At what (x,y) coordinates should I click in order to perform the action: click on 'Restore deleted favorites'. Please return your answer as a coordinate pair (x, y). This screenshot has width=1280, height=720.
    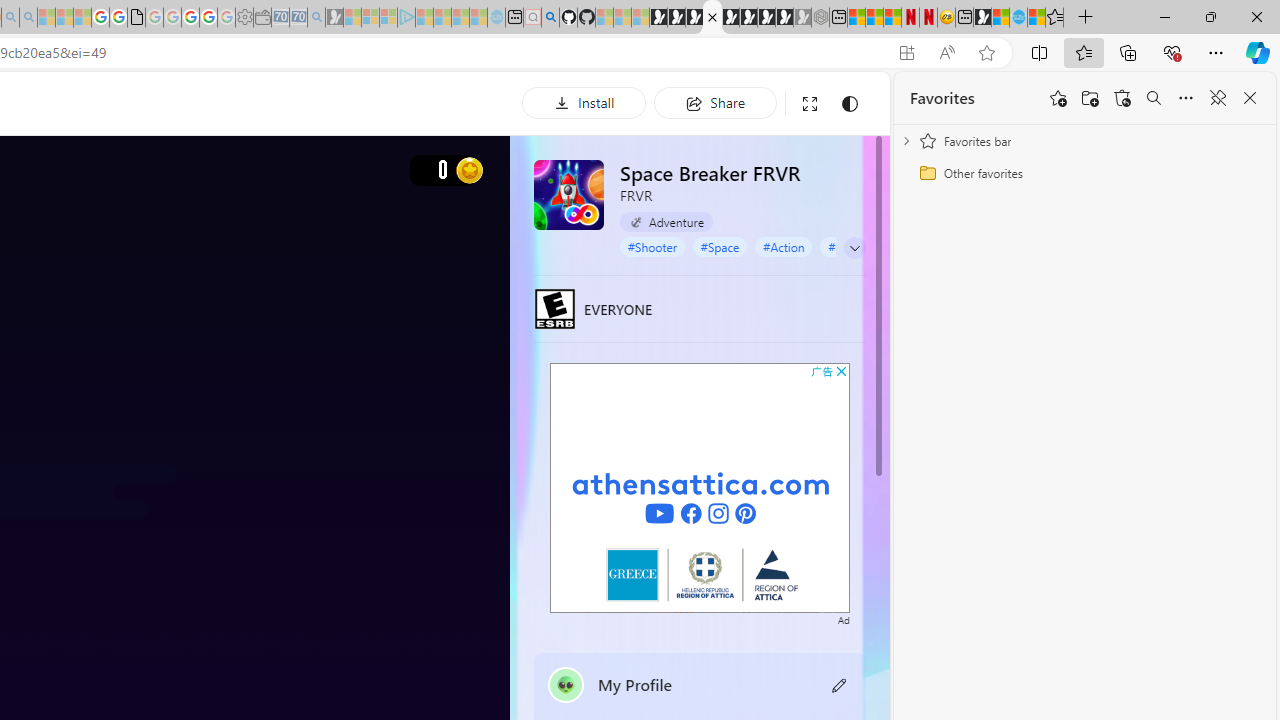
    Looking at the image, I should click on (1122, 98).